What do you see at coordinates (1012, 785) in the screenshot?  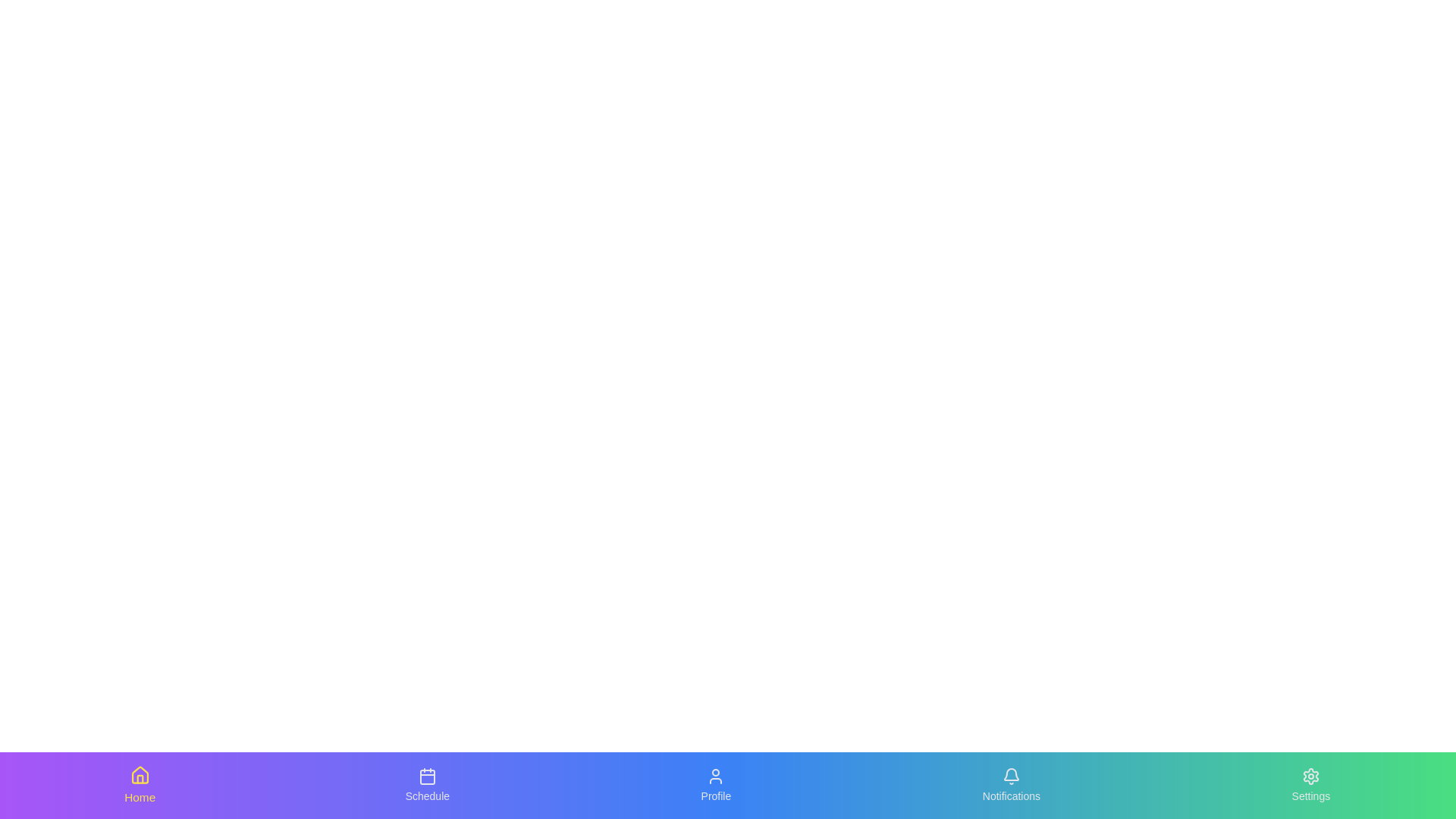 I see `the tab labeled Notifications` at bounding box center [1012, 785].